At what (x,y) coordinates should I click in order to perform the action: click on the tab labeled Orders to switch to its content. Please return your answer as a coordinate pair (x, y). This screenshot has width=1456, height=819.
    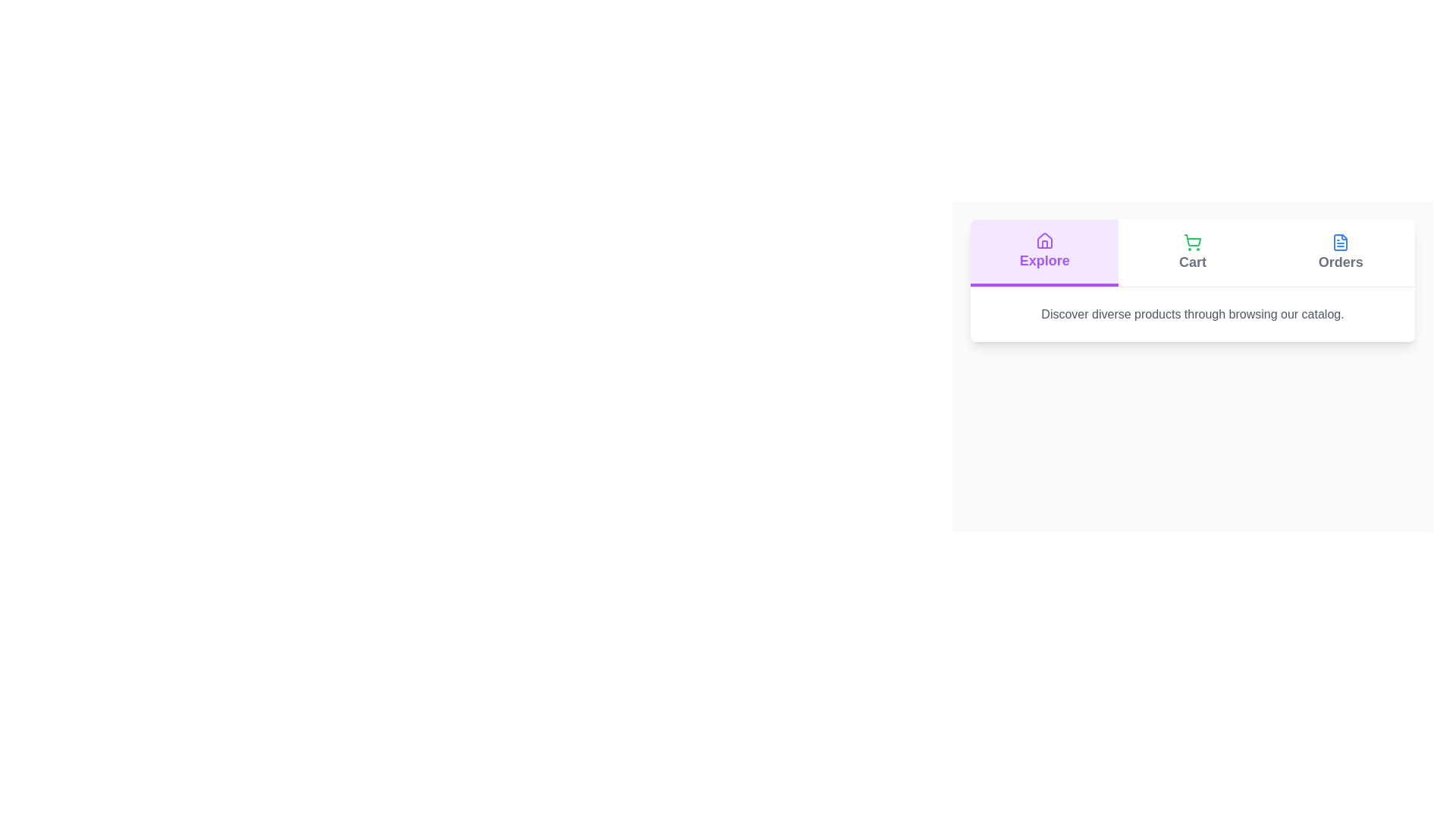
    Looking at the image, I should click on (1341, 253).